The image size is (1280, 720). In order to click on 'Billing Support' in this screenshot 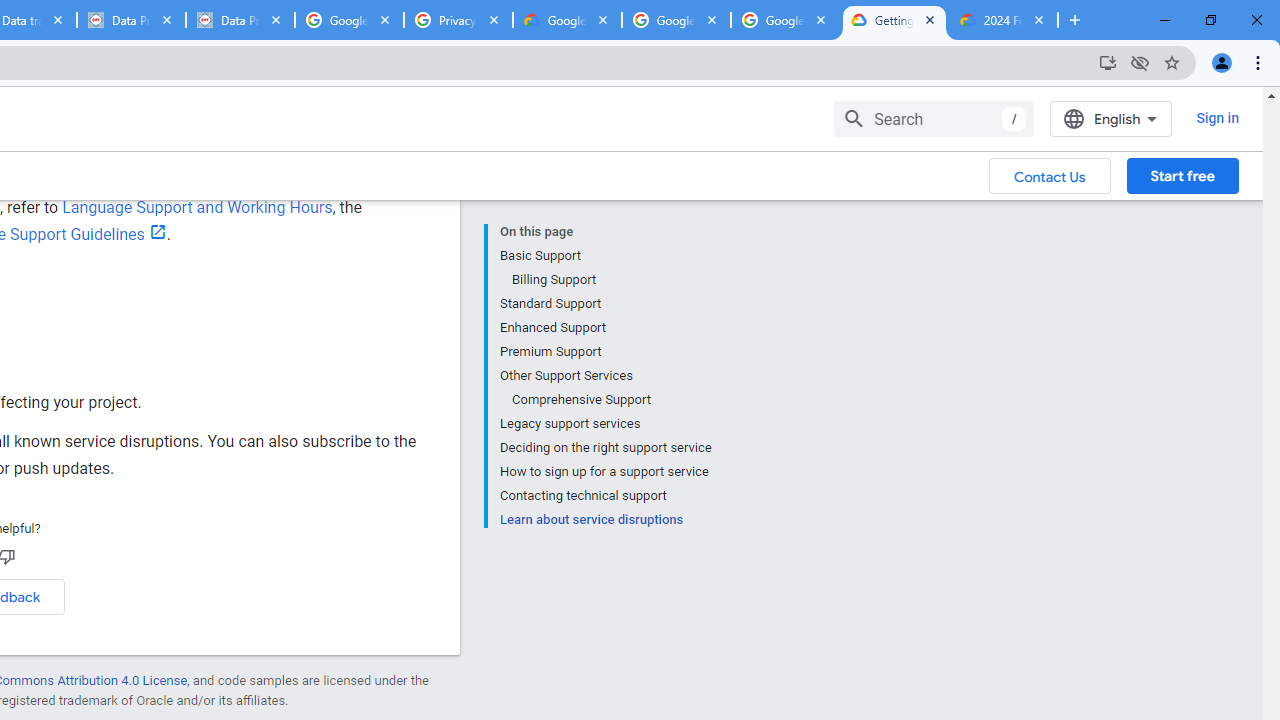, I will do `click(610, 280)`.